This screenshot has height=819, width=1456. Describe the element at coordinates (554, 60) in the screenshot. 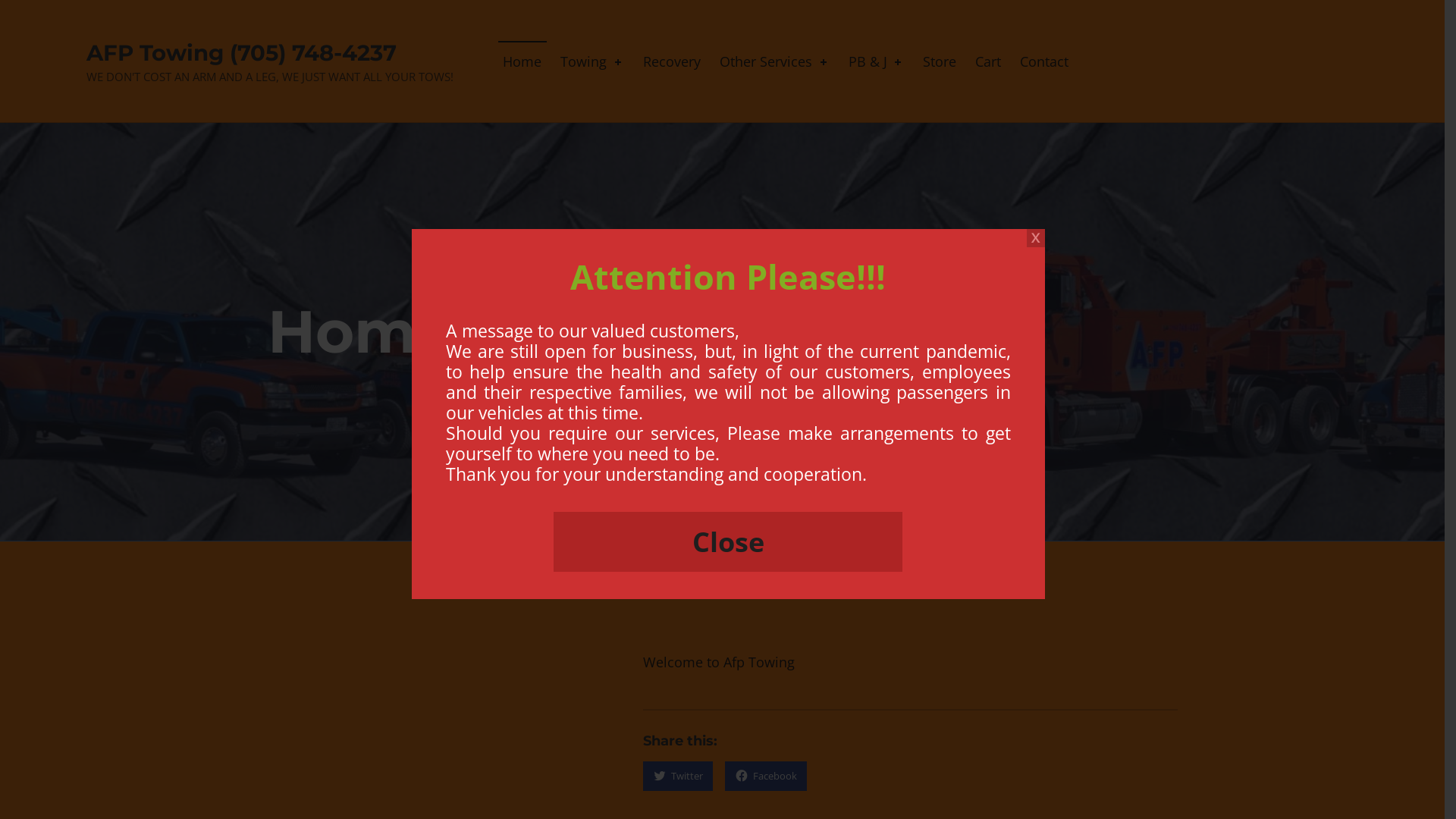

I see `'Towing'` at that location.